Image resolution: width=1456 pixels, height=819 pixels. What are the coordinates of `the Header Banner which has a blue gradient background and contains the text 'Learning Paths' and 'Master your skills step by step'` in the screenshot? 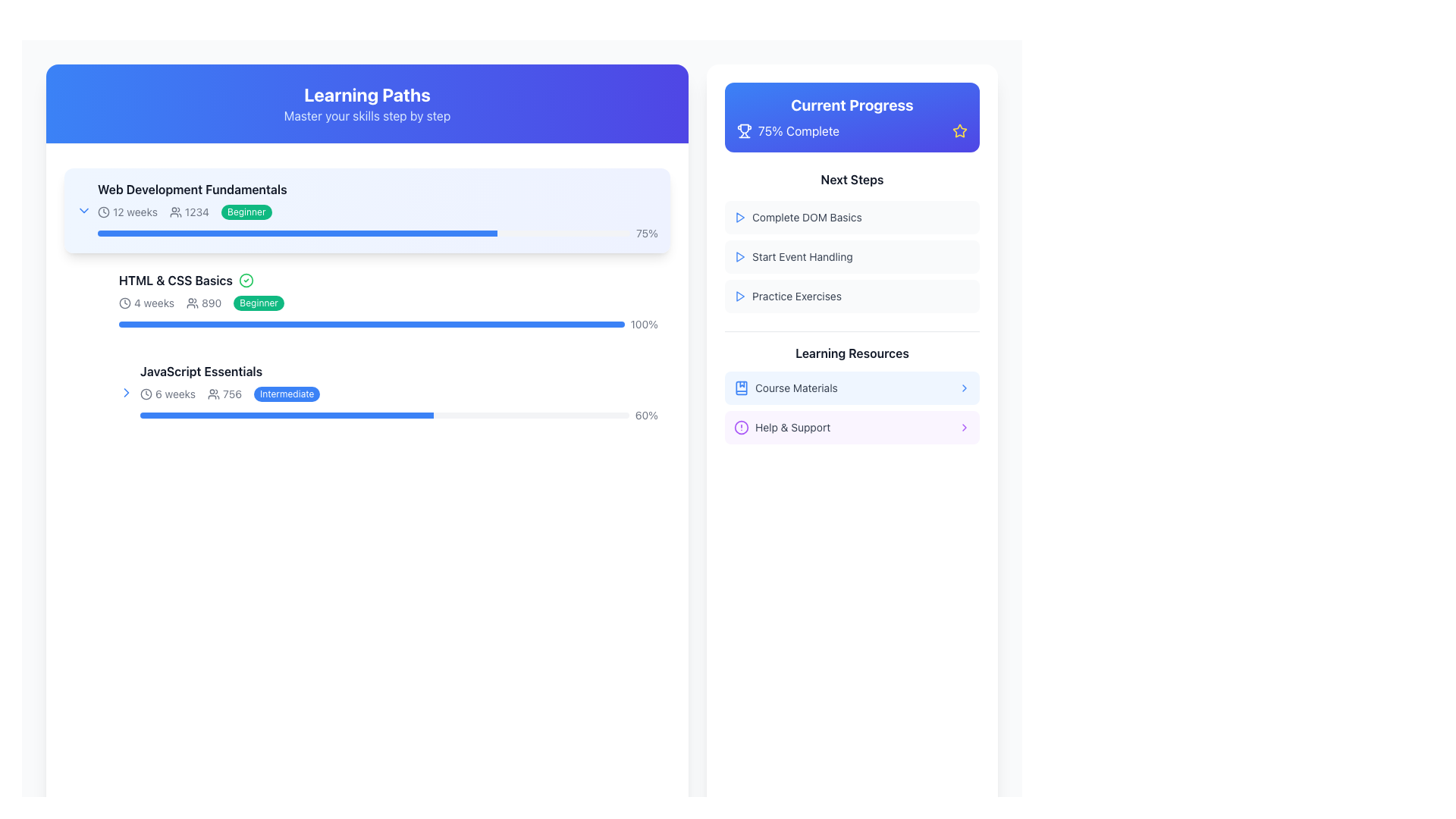 It's located at (367, 103).